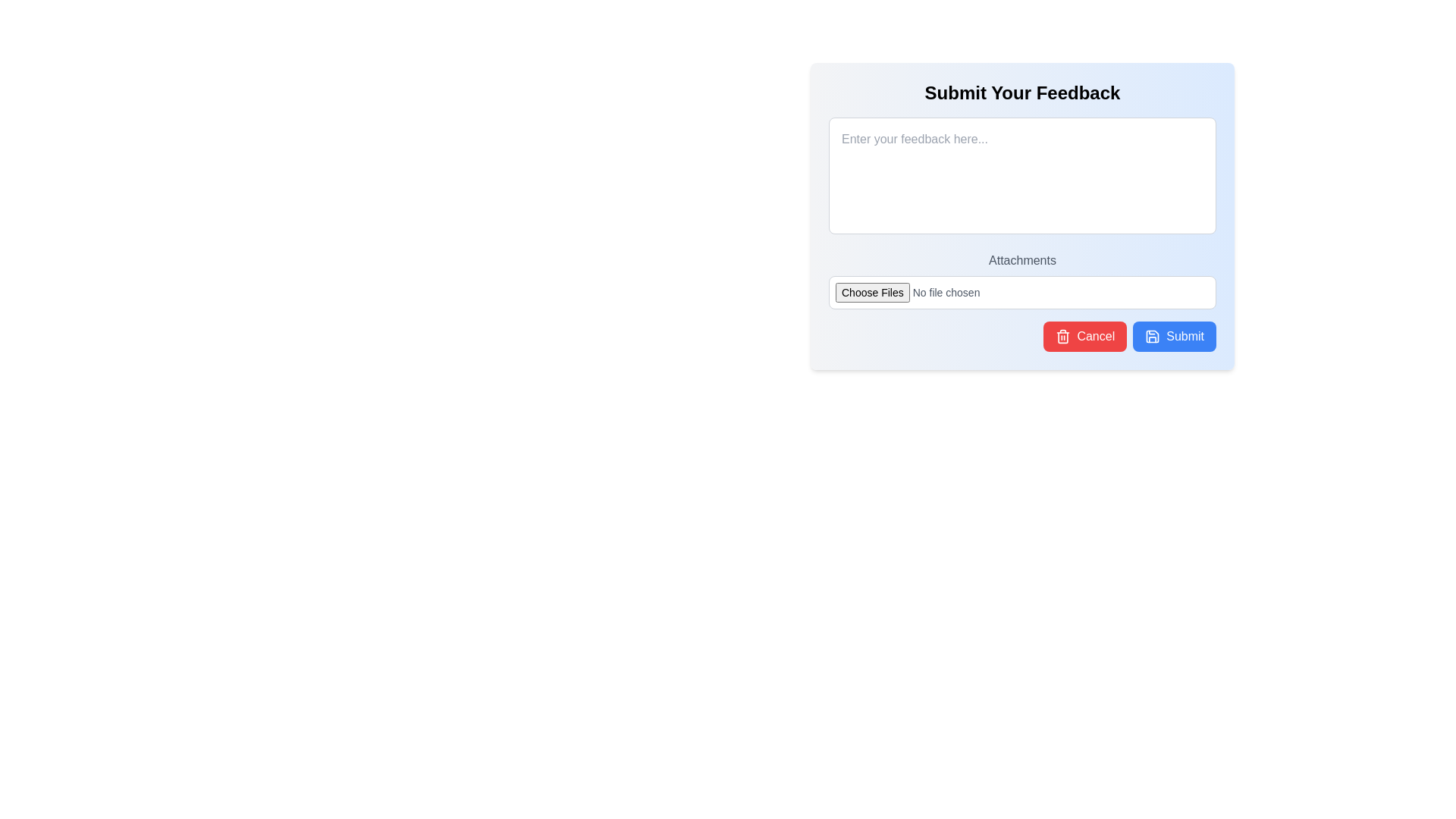  I want to click on the cancel button located in the bottom-right section of the form, which is to the left of the blue 'Submit' button, so click(1084, 335).